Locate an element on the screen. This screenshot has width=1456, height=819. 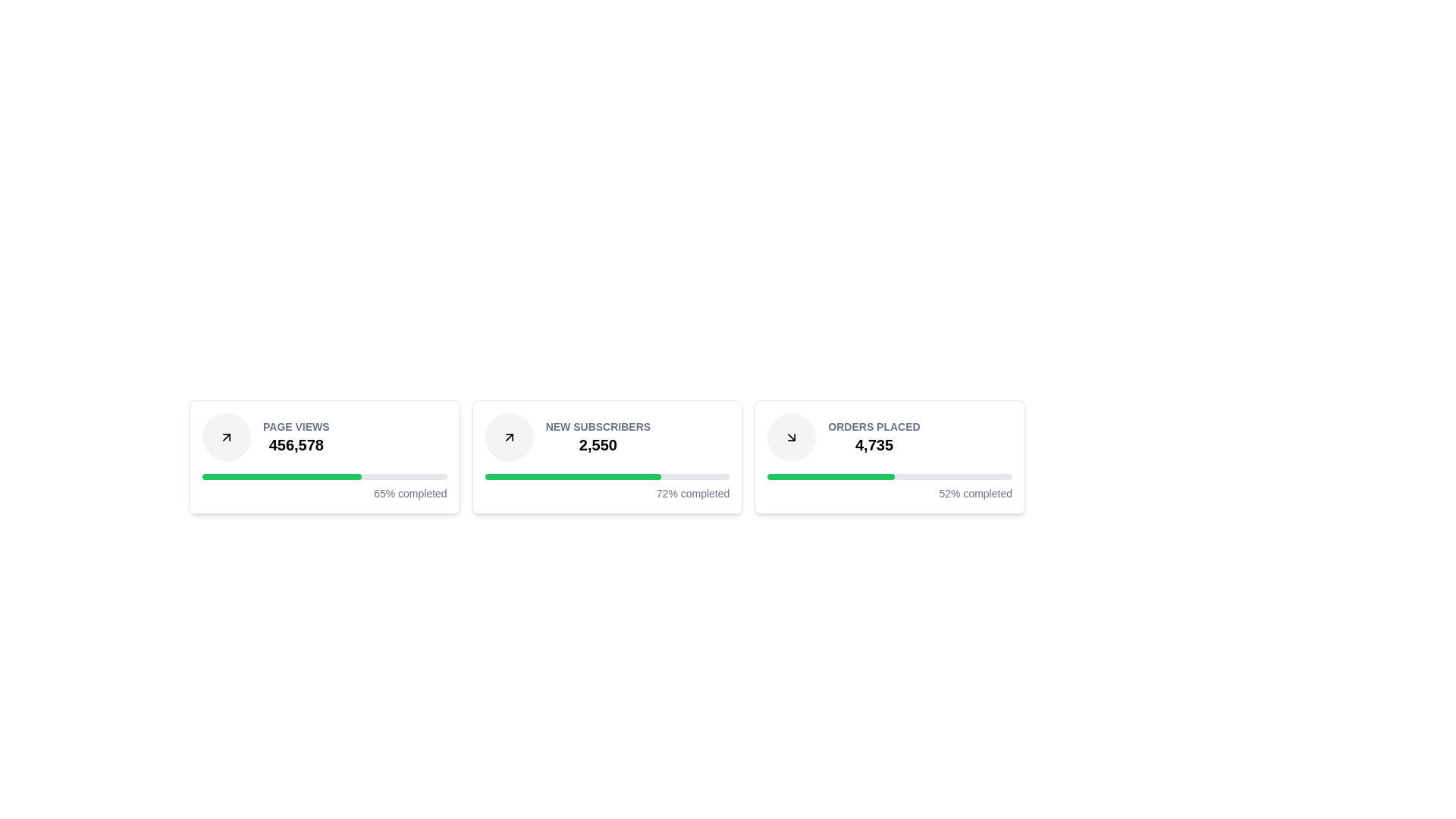
the progress bar indicating 65% completion of the 'Page Views' metric, located in the leftmost card of the layout is located at coordinates (281, 475).